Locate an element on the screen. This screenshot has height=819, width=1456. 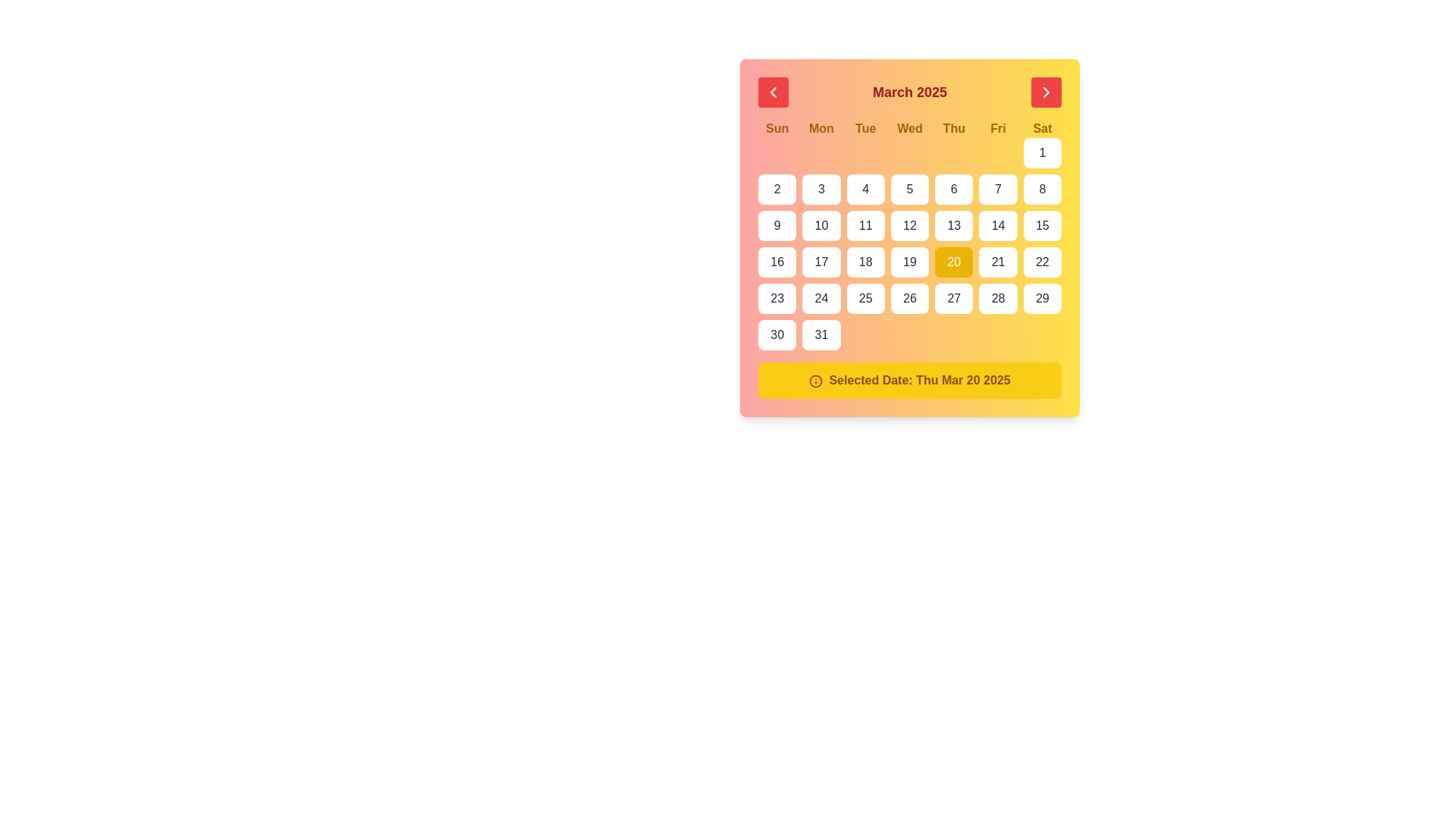
the label group displaying the weekday names located beneath the month header 'March 2025' in the calendar UI to interact with surrounding cells is located at coordinates (910, 127).